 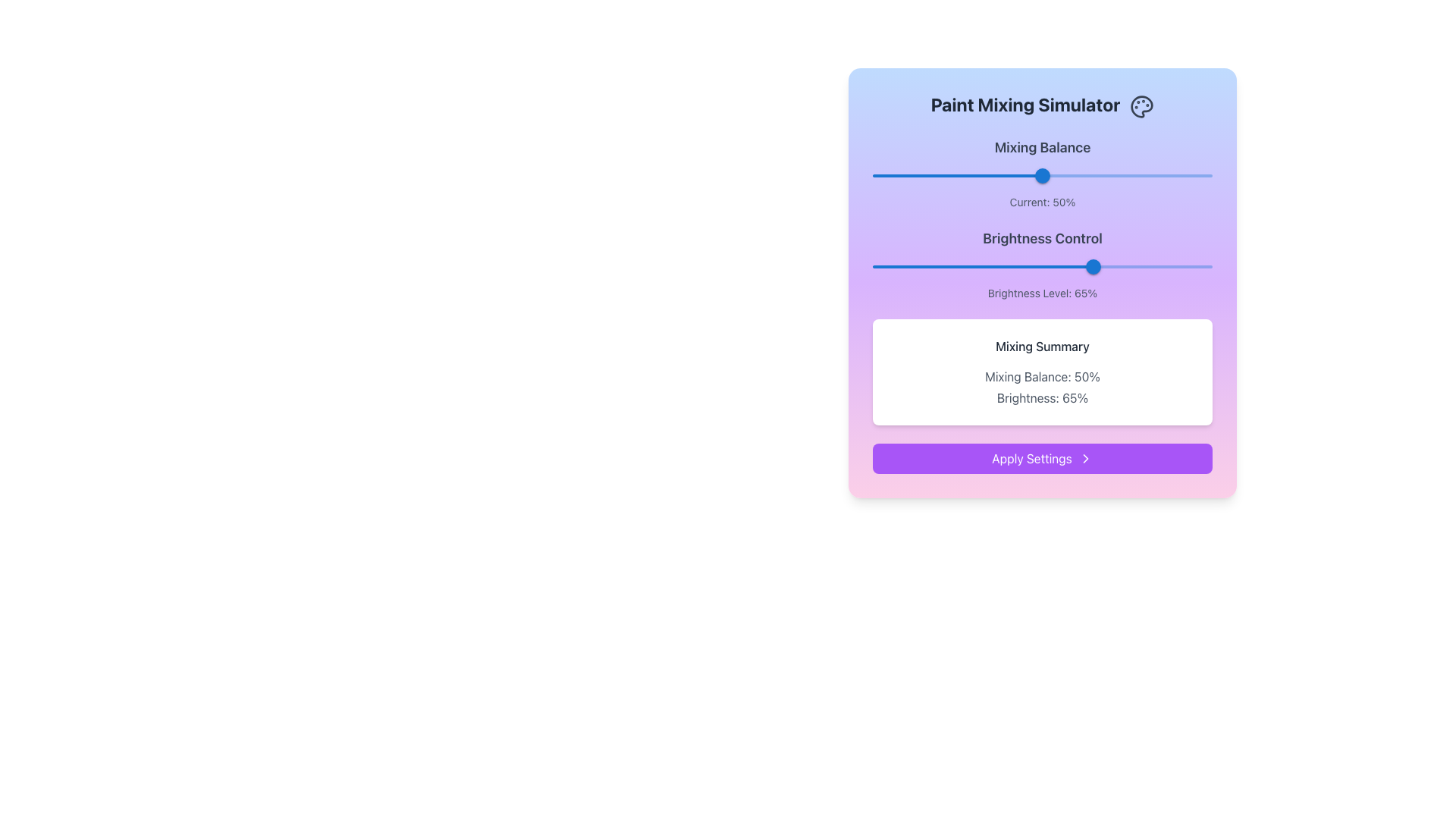 I want to click on the chevron icon located at the far-right edge of the 'Apply Settings' button to indicate a forward action or progression, so click(x=1084, y=457).